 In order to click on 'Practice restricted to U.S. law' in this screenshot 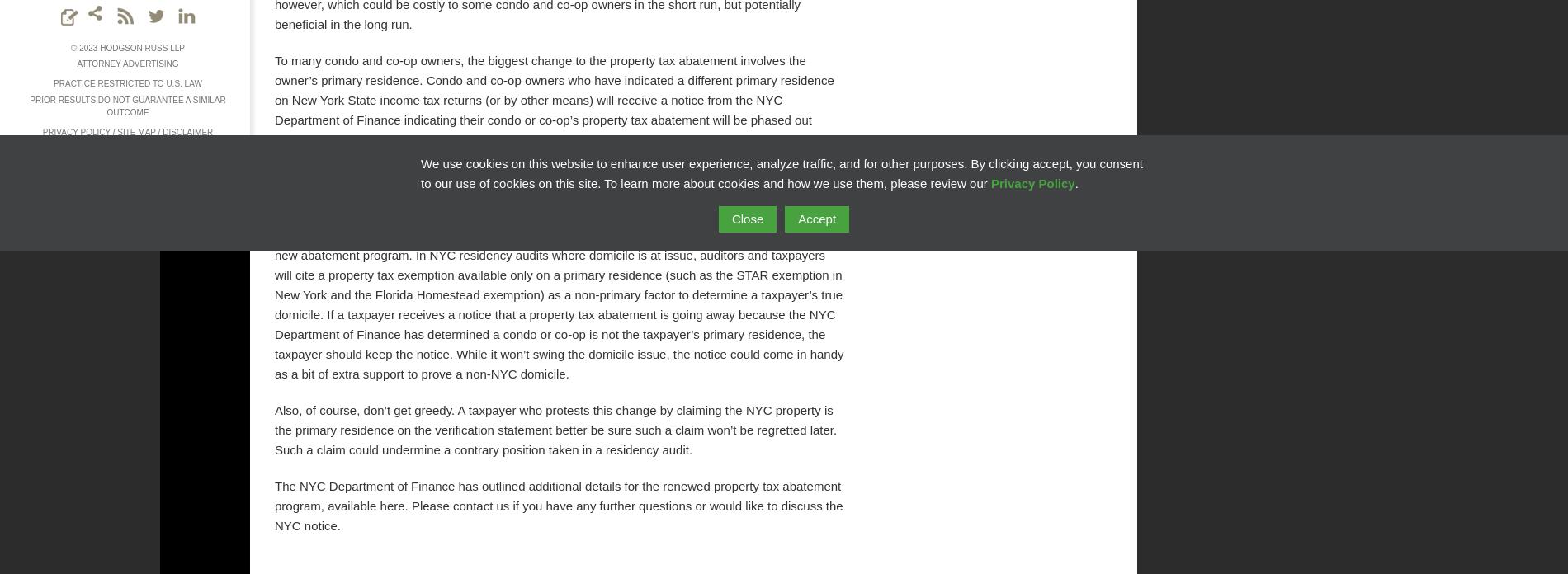, I will do `click(127, 82)`.